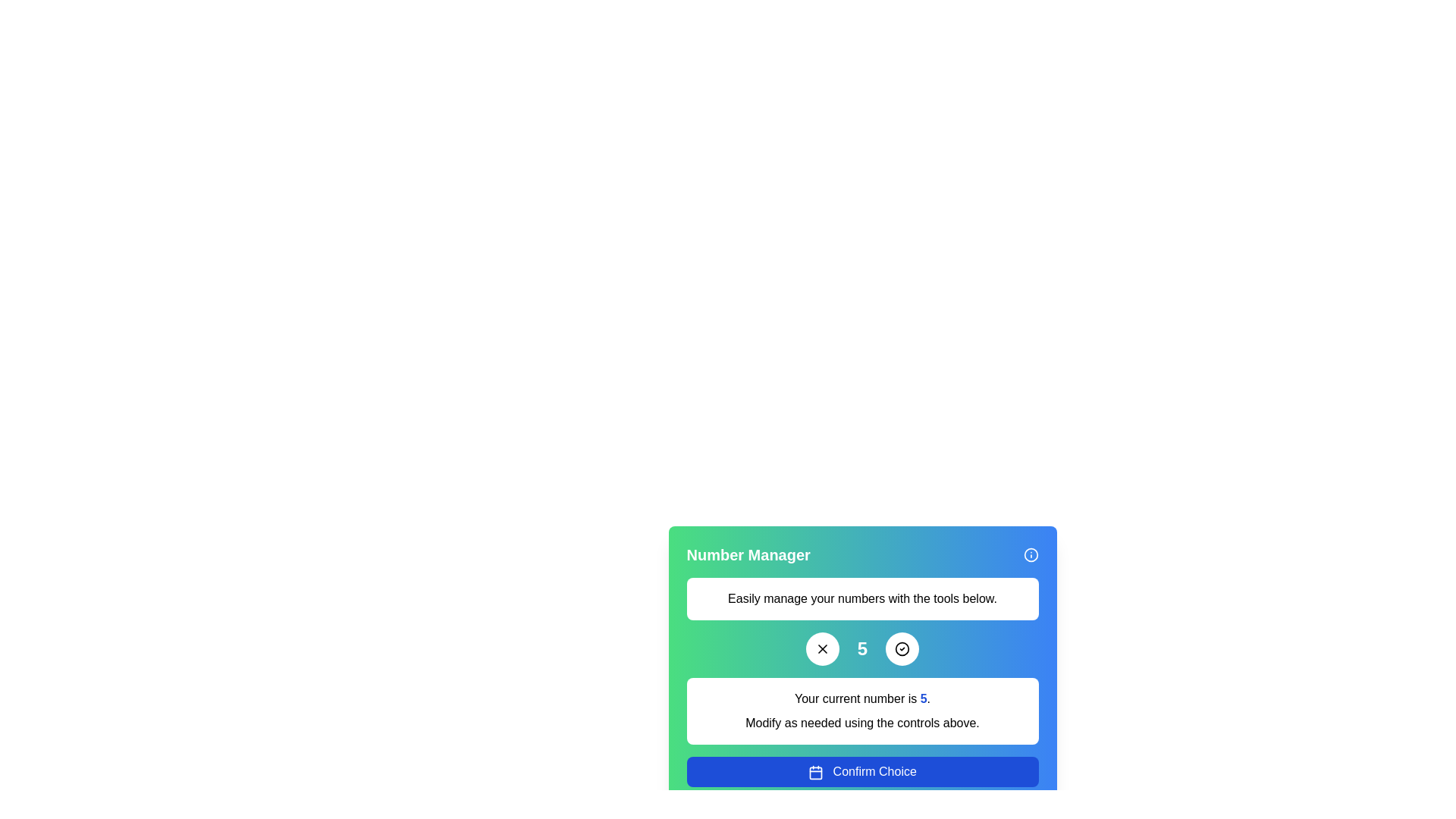 This screenshot has height=819, width=1456. What do you see at coordinates (821, 648) in the screenshot?
I see `the decrement button located to the left of the number '5' in the number manager interface` at bounding box center [821, 648].